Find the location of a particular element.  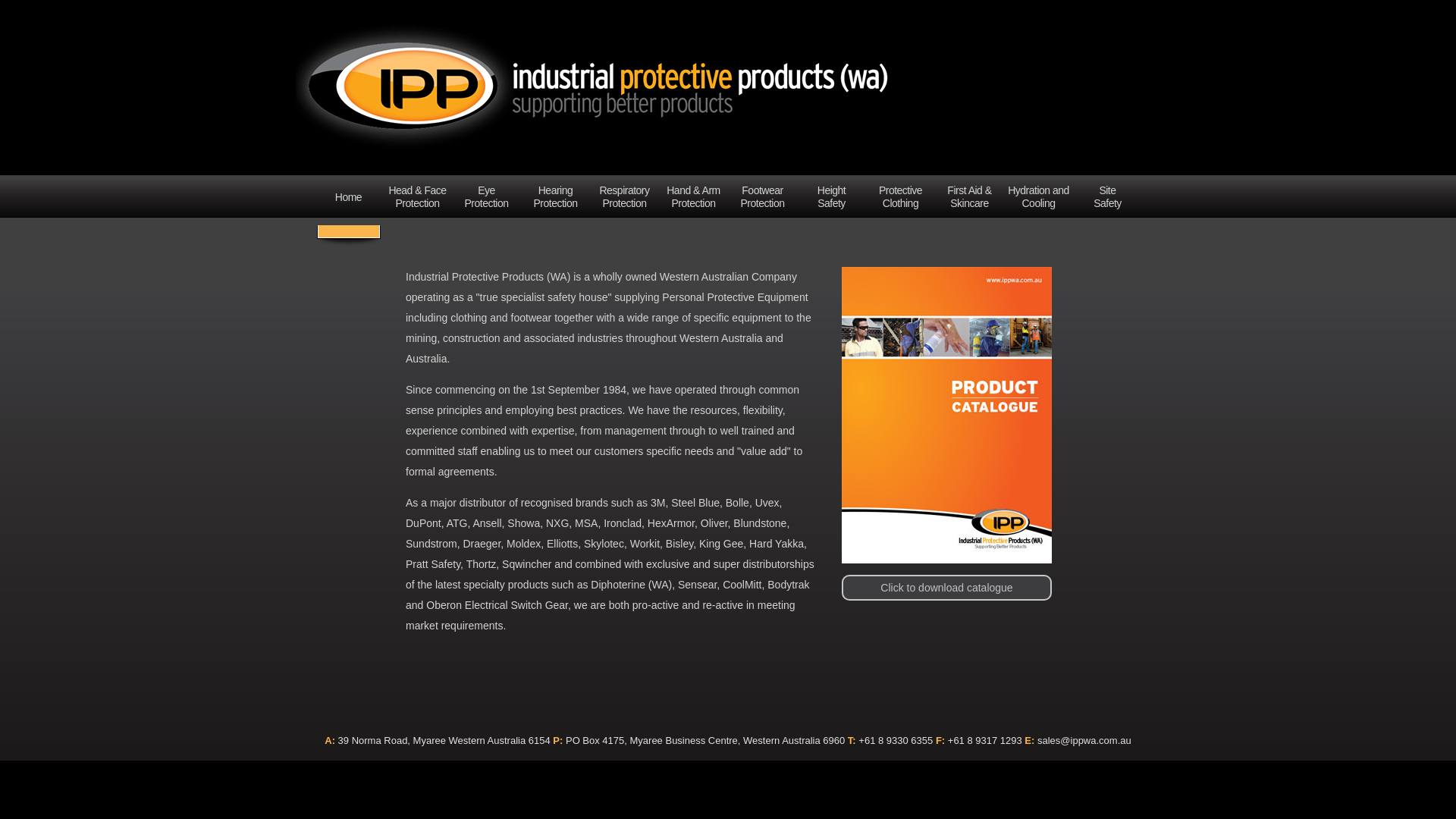

'Height is located at coordinates (814, 196).